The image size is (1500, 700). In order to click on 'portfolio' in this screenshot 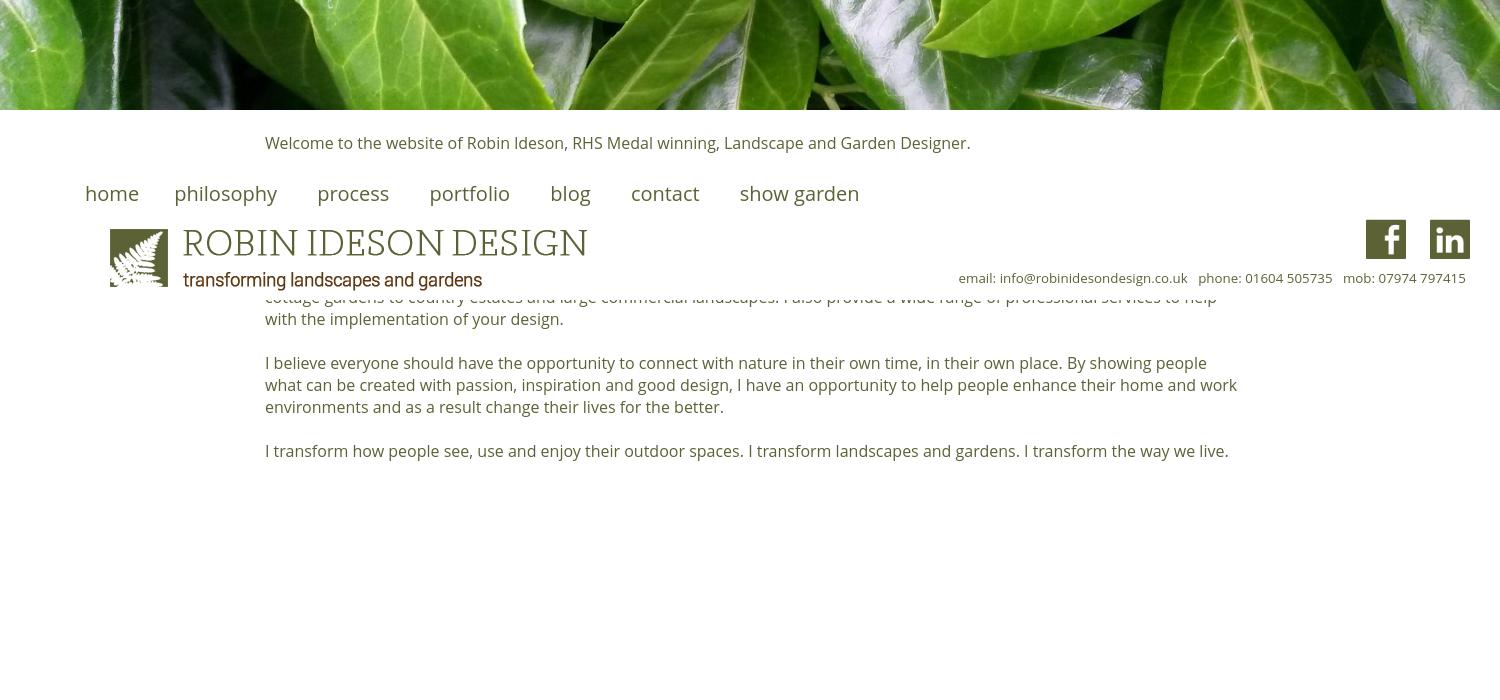, I will do `click(468, 192)`.